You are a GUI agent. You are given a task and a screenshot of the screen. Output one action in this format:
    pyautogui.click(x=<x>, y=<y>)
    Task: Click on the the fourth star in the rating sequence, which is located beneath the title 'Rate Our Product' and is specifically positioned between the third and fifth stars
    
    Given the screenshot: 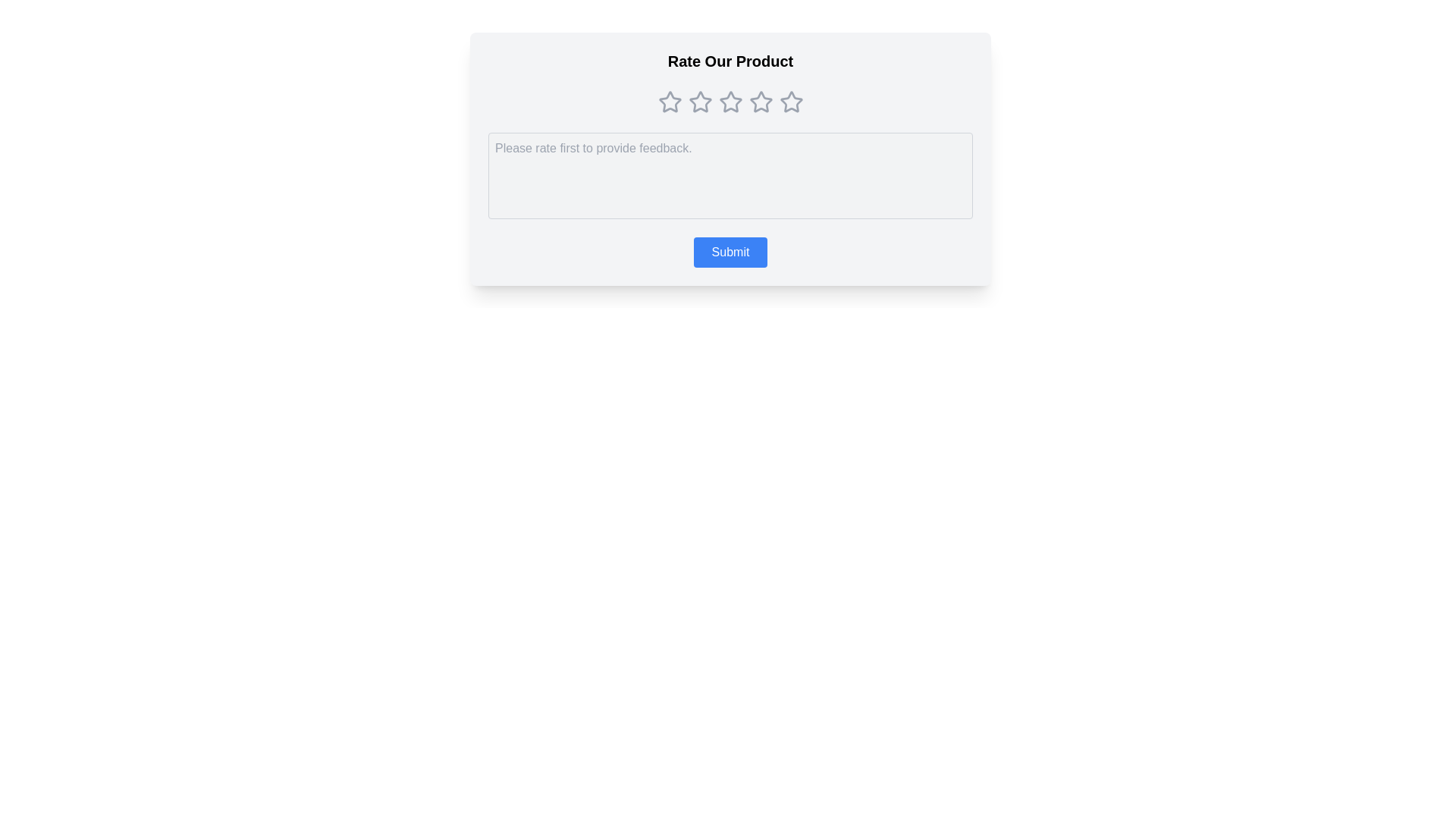 What is the action you would take?
    pyautogui.click(x=761, y=102)
    